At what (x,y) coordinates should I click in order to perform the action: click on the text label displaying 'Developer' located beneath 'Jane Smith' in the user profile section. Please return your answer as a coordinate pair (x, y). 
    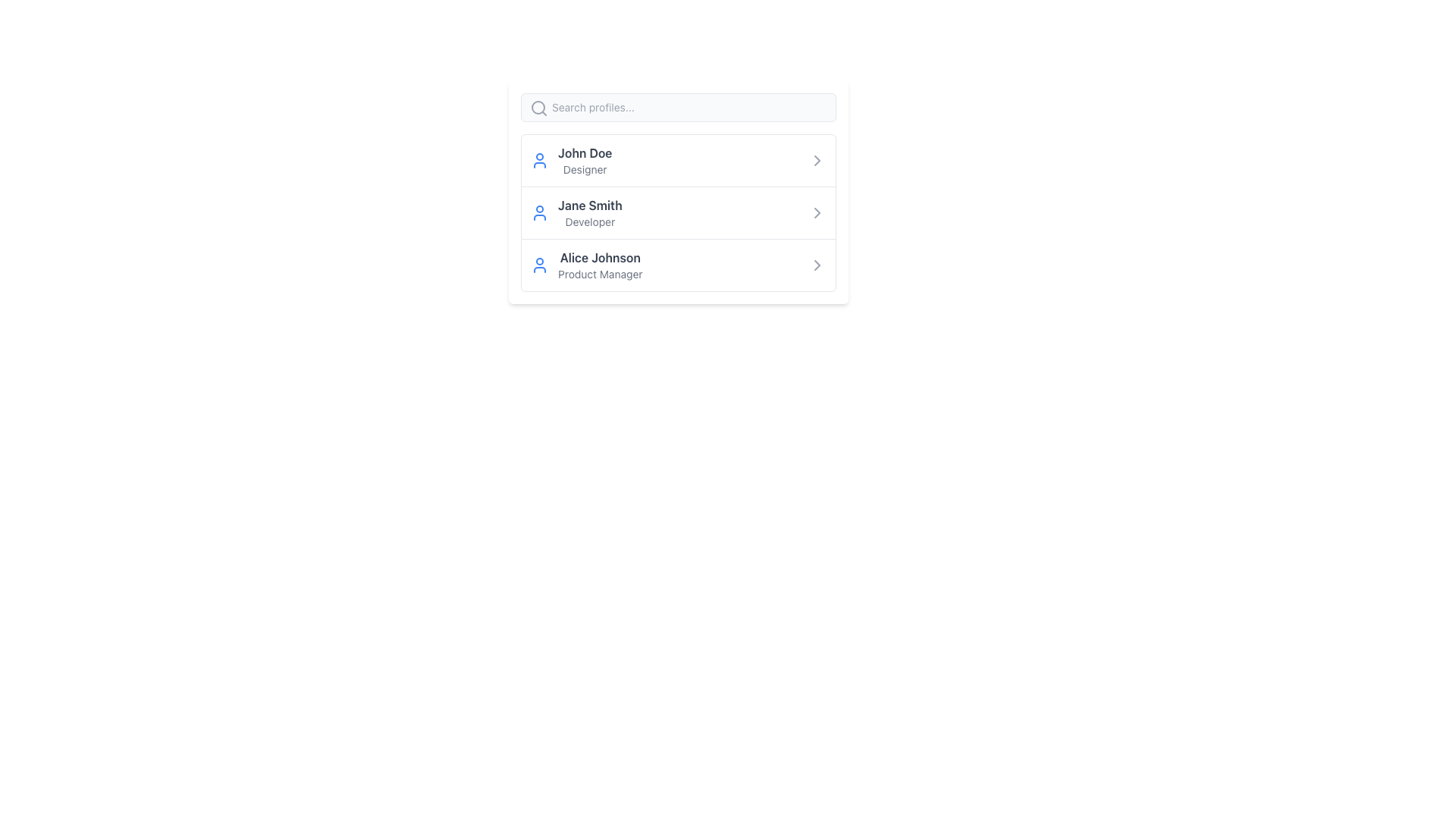
    Looking at the image, I should click on (589, 222).